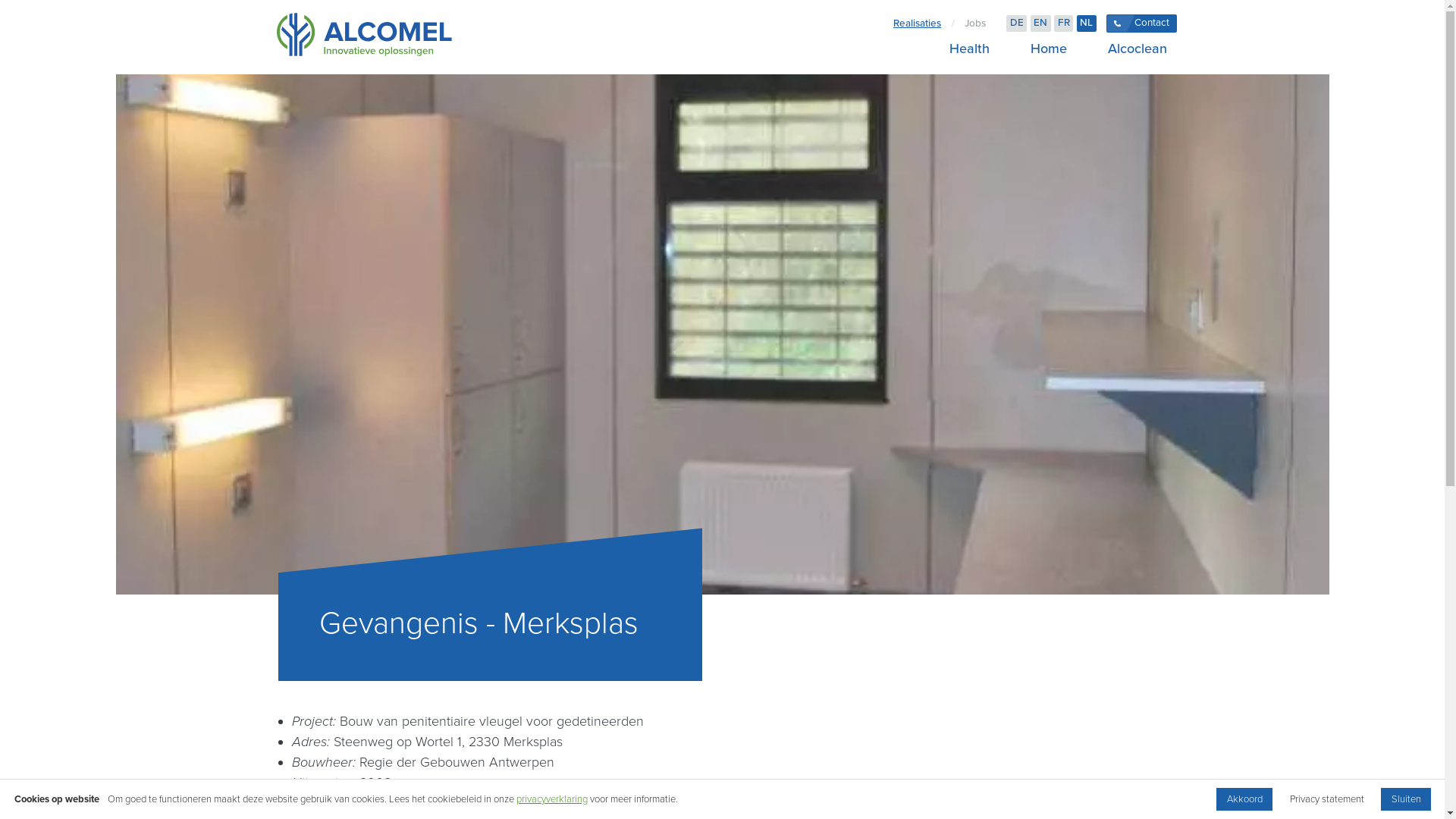 The height and width of the screenshot is (819, 1456). Describe the element at coordinates (277, 36) in the screenshot. I see `'alcomel'` at that location.